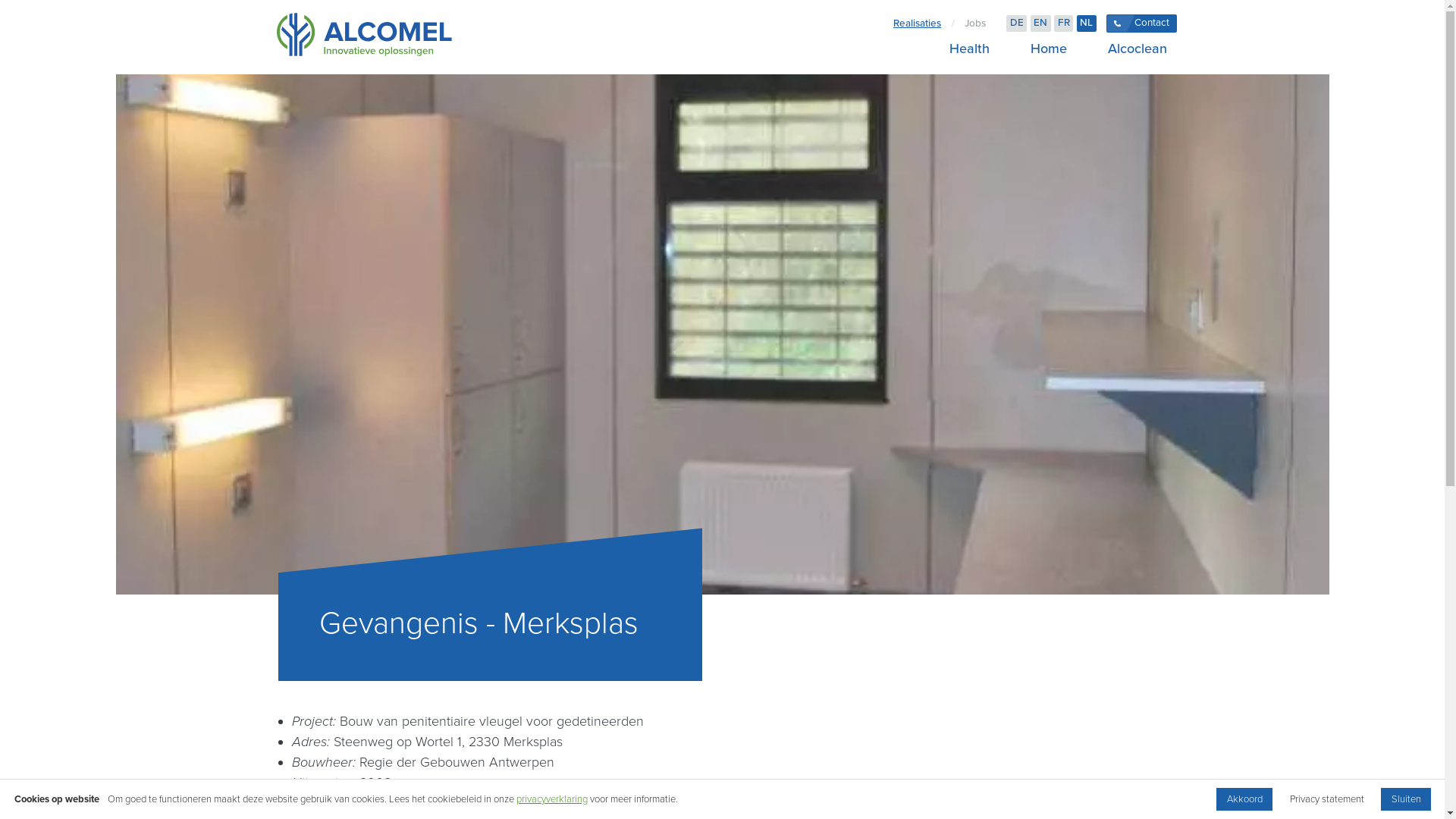 The height and width of the screenshot is (819, 1456). Describe the element at coordinates (277, 36) in the screenshot. I see `'alcomel'` at that location.